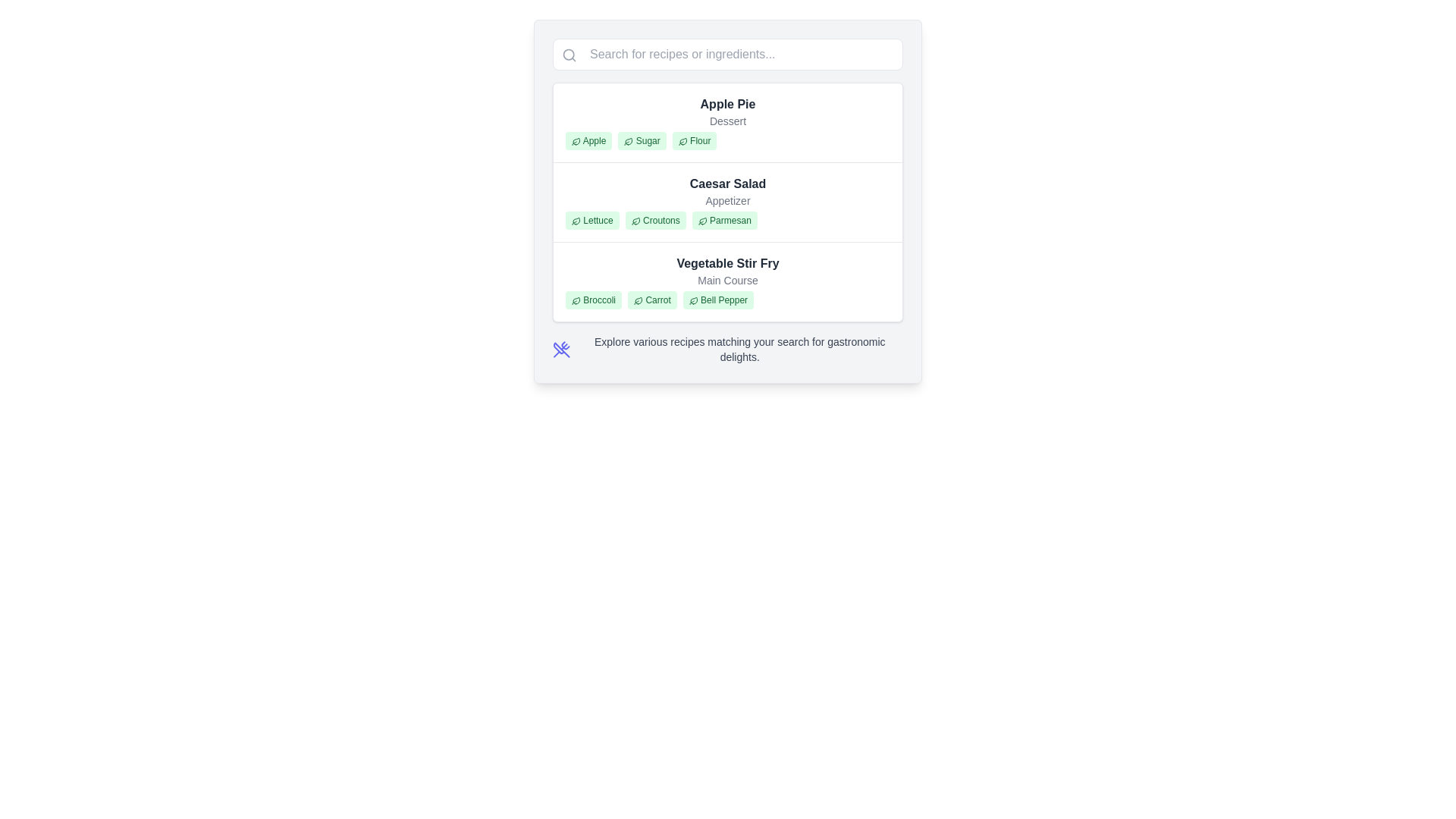 The image size is (1456, 819). Describe the element at coordinates (629, 141) in the screenshot. I see `the 'Sugar' ingredient icon within the green rounded rectangular tag for the 'Apple Pie' recipe` at that location.